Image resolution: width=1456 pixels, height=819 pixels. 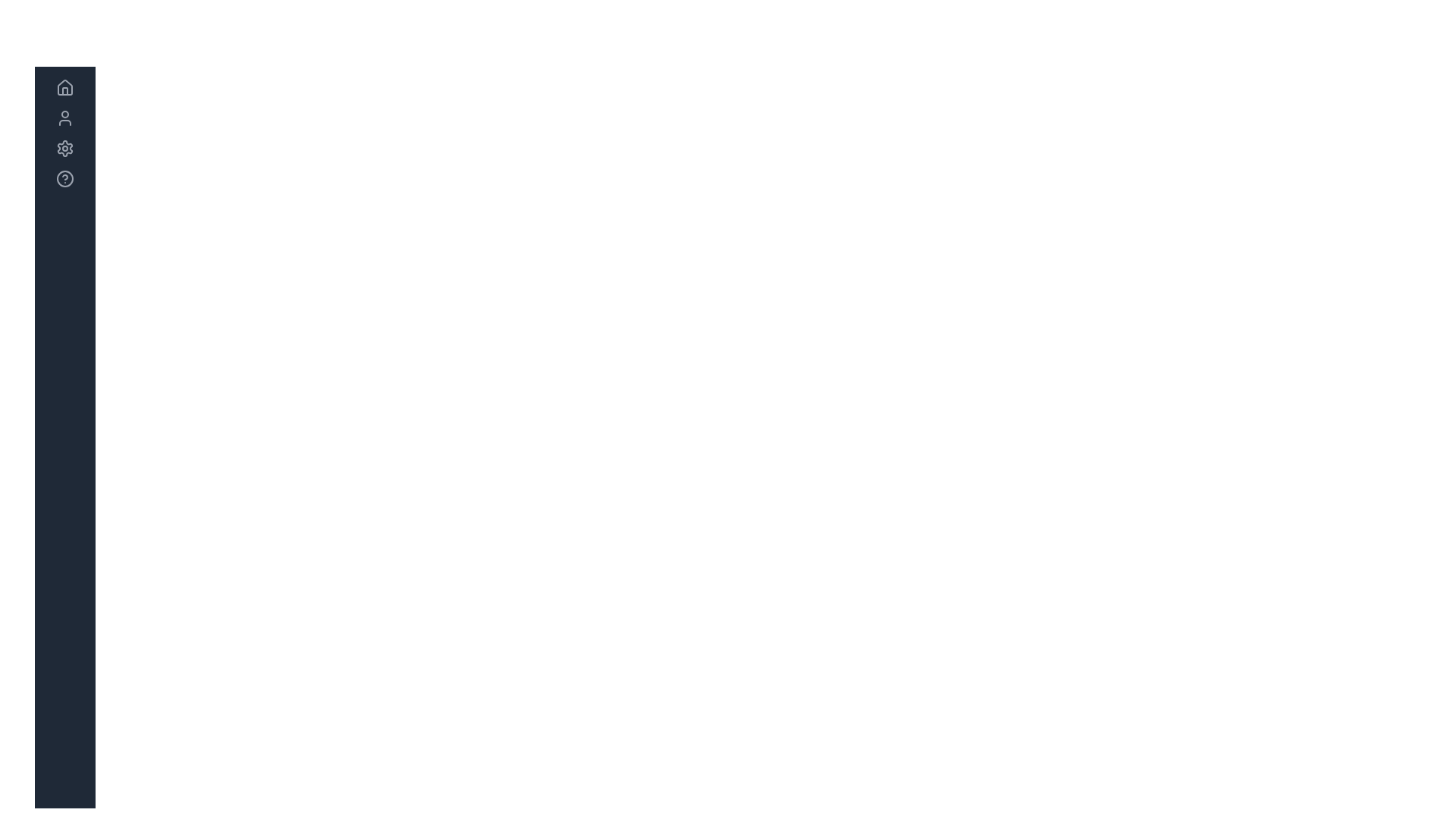 What do you see at coordinates (64, 117) in the screenshot?
I see `the interactive icon located in the sidebar, which is the second icon from the top` at bounding box center [64, 117].